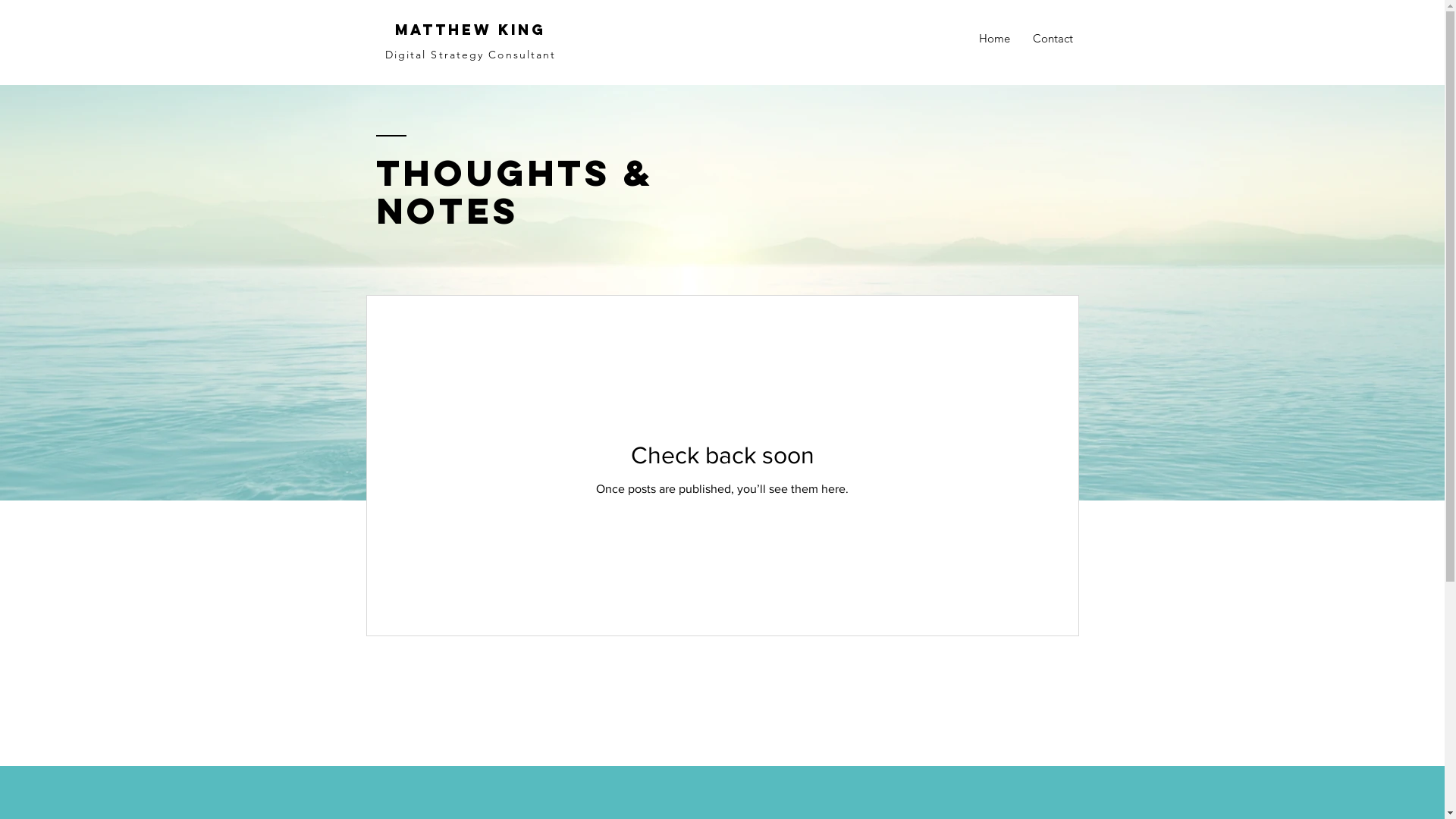 This screenshot has height=819, width=1456. Describe the element at coordinates (994, 37) in the screenshot. I see `'Home'` at that location.